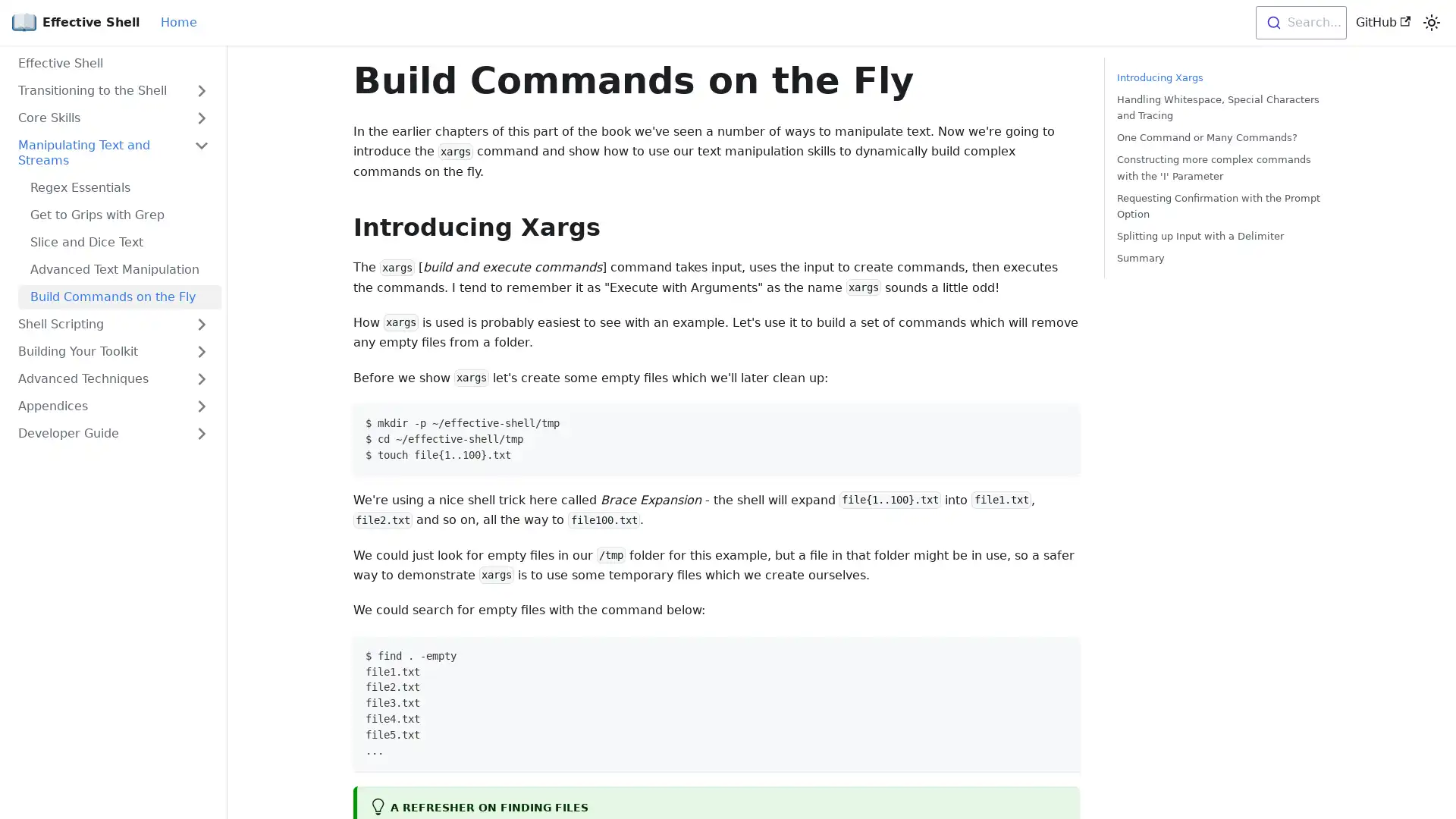 The image size is (1456, 819). Describe the element at coordinates (200, 152) in the screenshot. I see `Toggle the collapsible sidebar category 'Manipulating Text and Streams'` at that location.